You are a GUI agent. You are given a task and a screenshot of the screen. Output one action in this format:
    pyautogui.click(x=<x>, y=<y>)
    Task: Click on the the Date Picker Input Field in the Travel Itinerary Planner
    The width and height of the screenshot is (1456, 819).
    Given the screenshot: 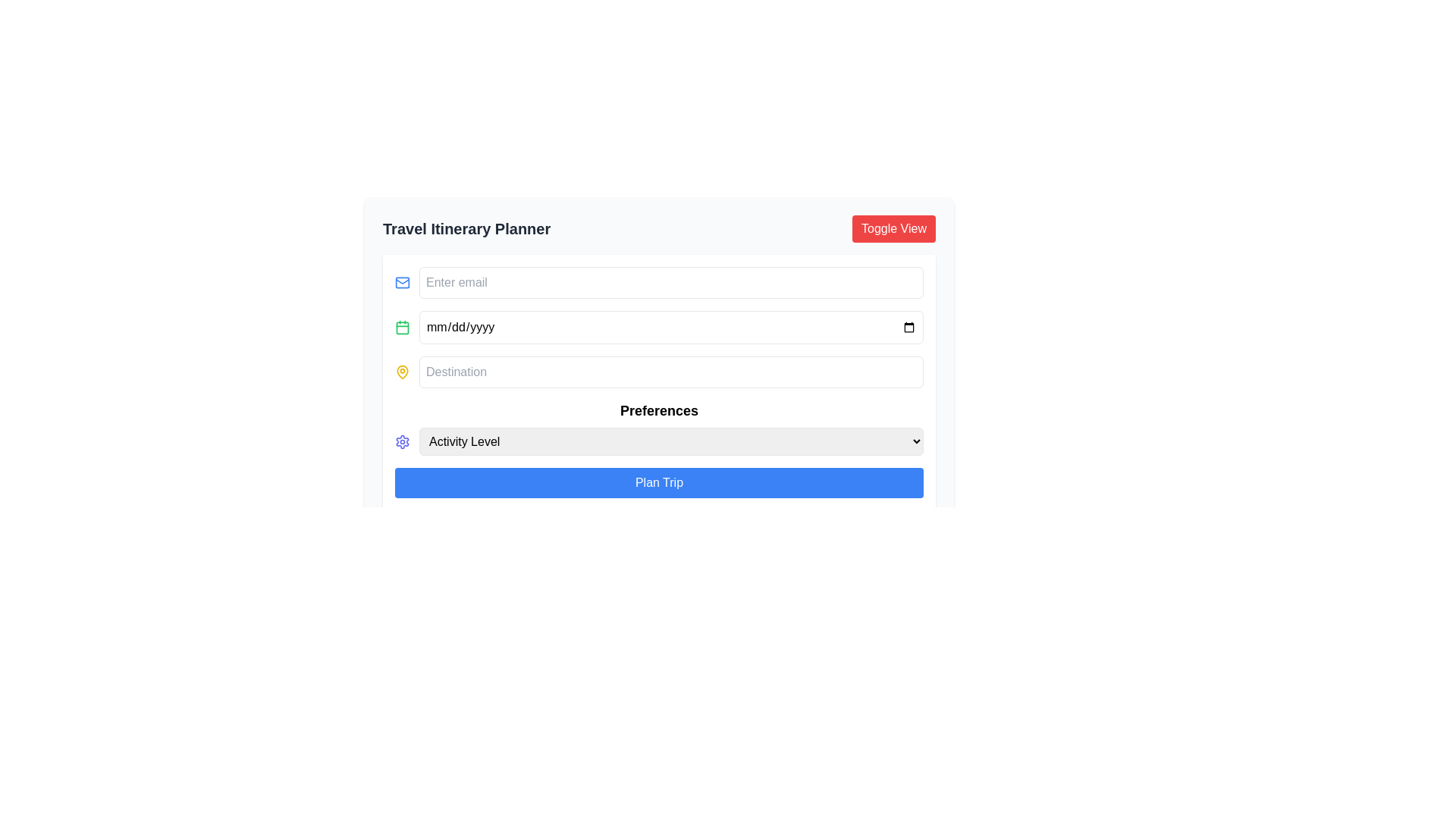 What is the action you would take?
    pyautogui.click(x=659, y=327)
    